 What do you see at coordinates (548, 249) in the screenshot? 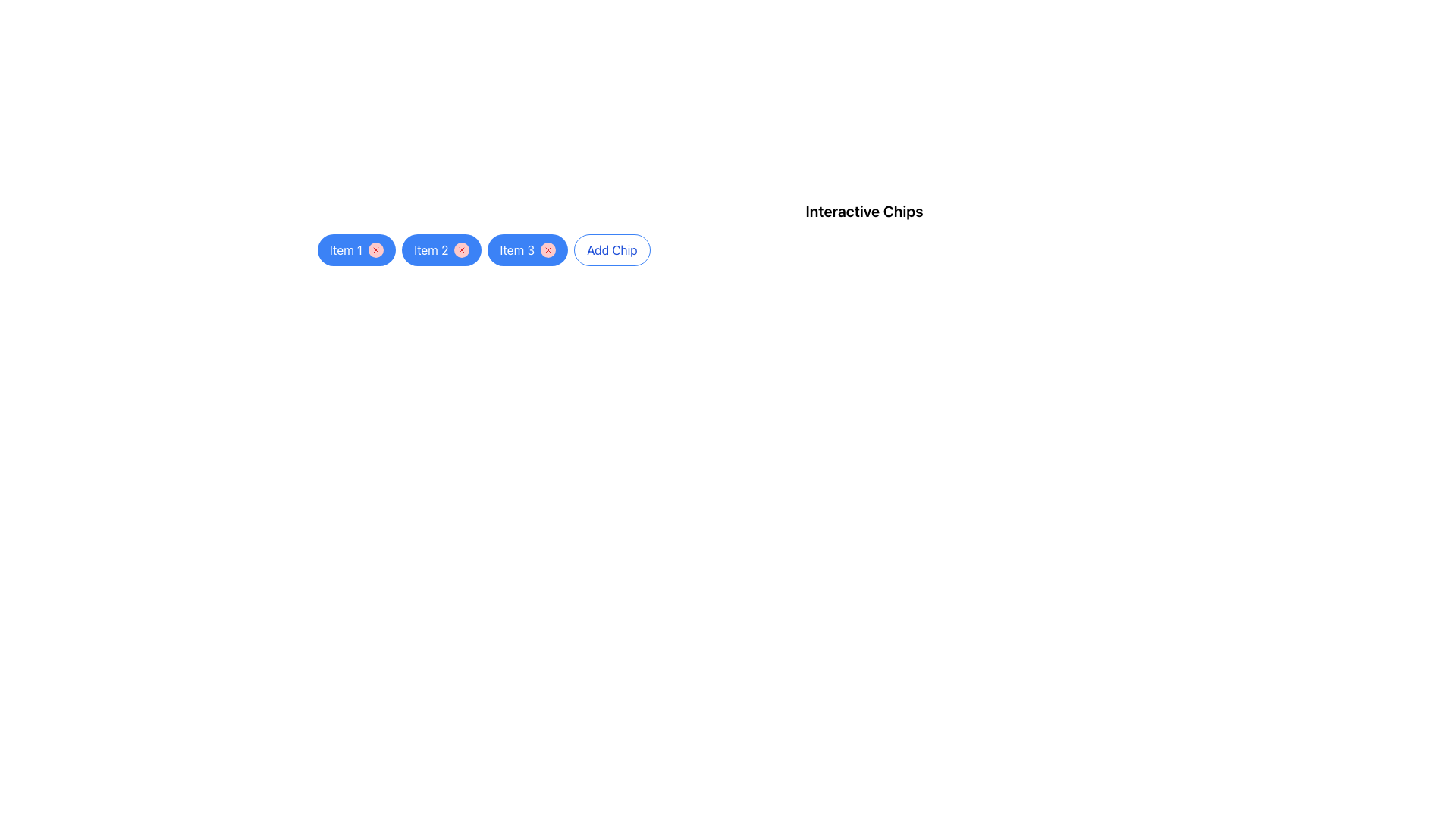
I see `the small circular red button with a cross icon located to the right of the text 'Item 3'` at bounding box center [548, 249].